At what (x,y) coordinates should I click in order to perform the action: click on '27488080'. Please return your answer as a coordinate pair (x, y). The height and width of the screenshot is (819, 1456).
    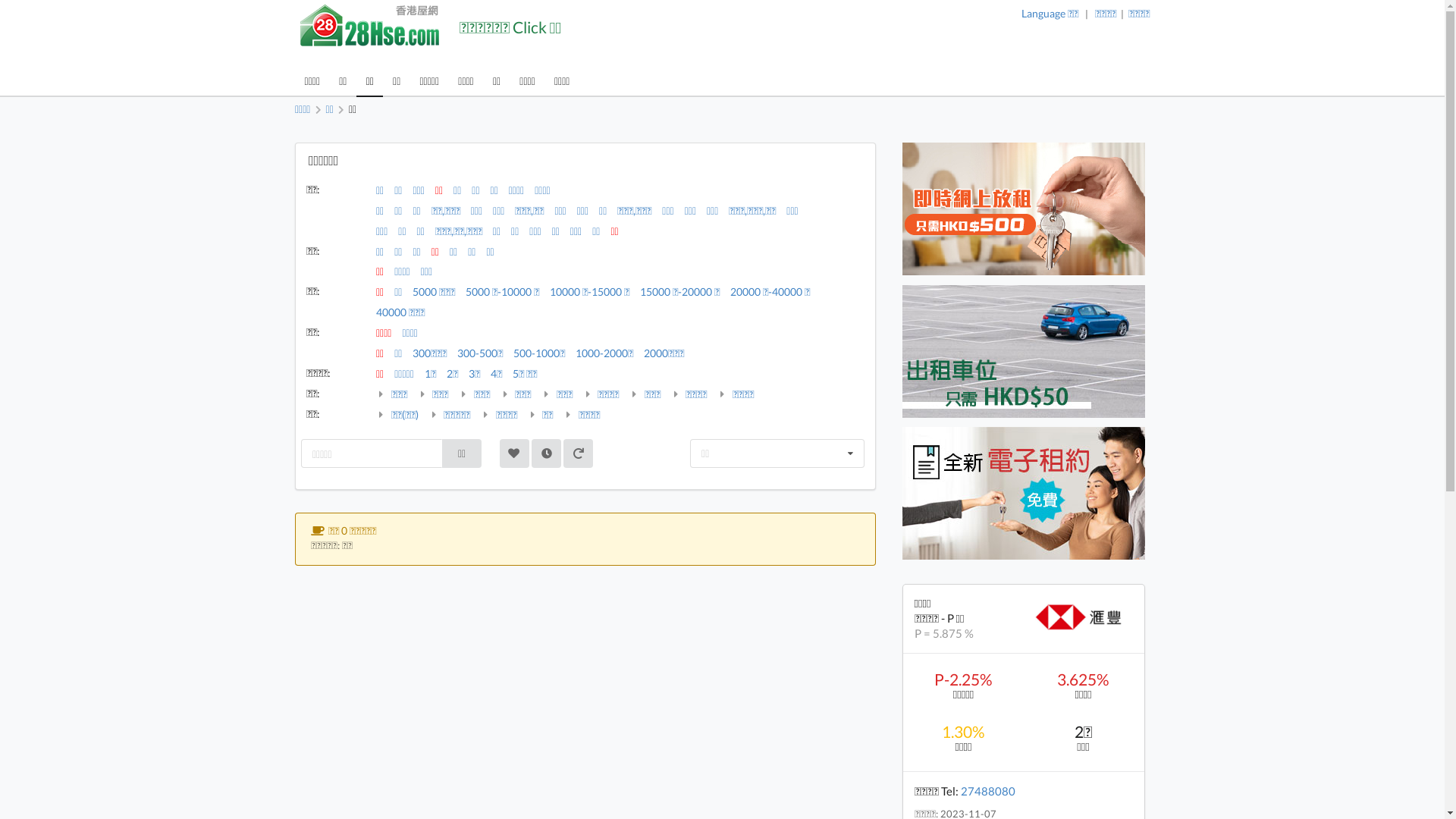
    Looking at the image, I should click on (960, 789).